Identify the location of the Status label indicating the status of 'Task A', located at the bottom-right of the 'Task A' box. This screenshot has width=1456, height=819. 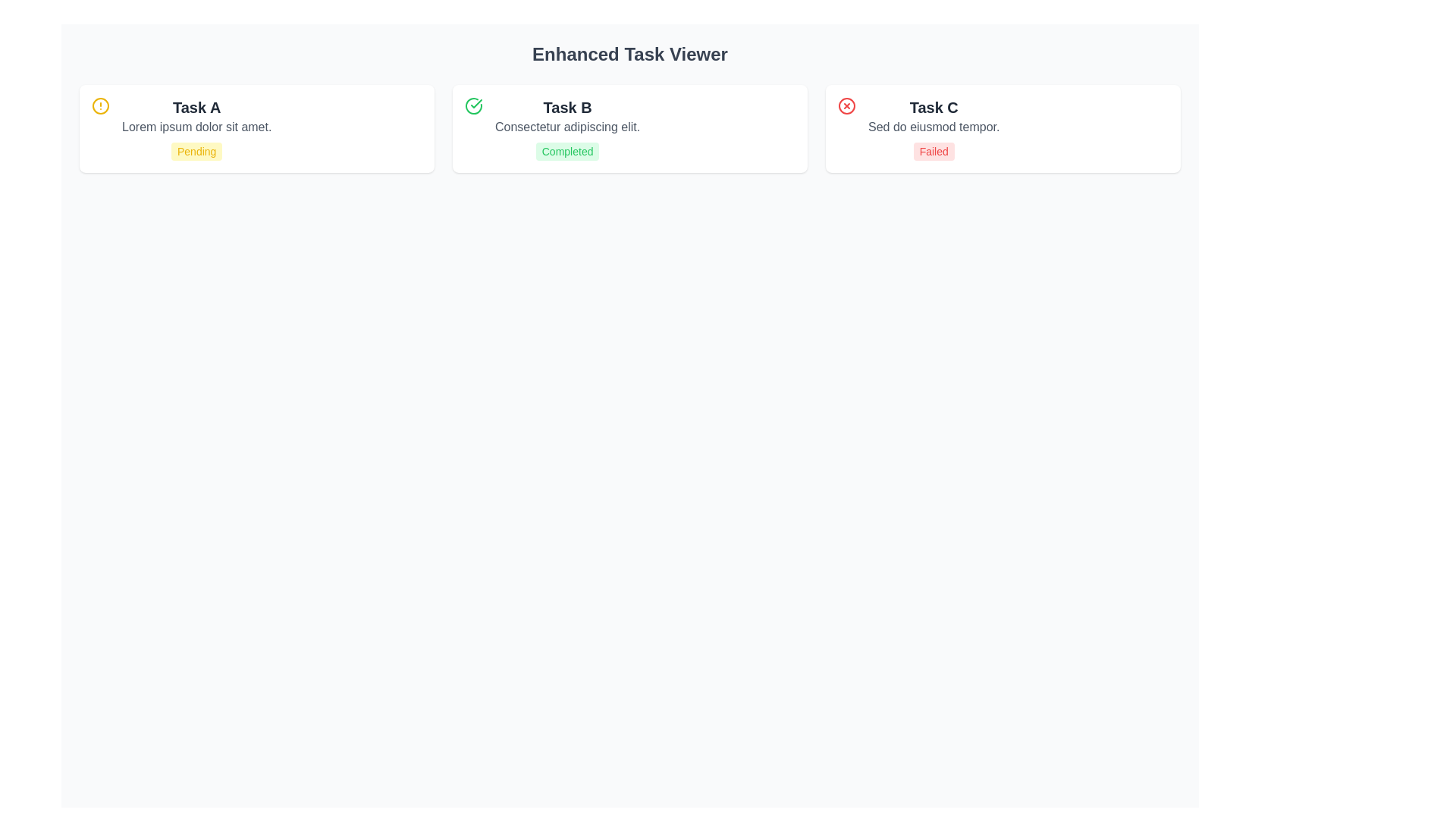
(196, 152).